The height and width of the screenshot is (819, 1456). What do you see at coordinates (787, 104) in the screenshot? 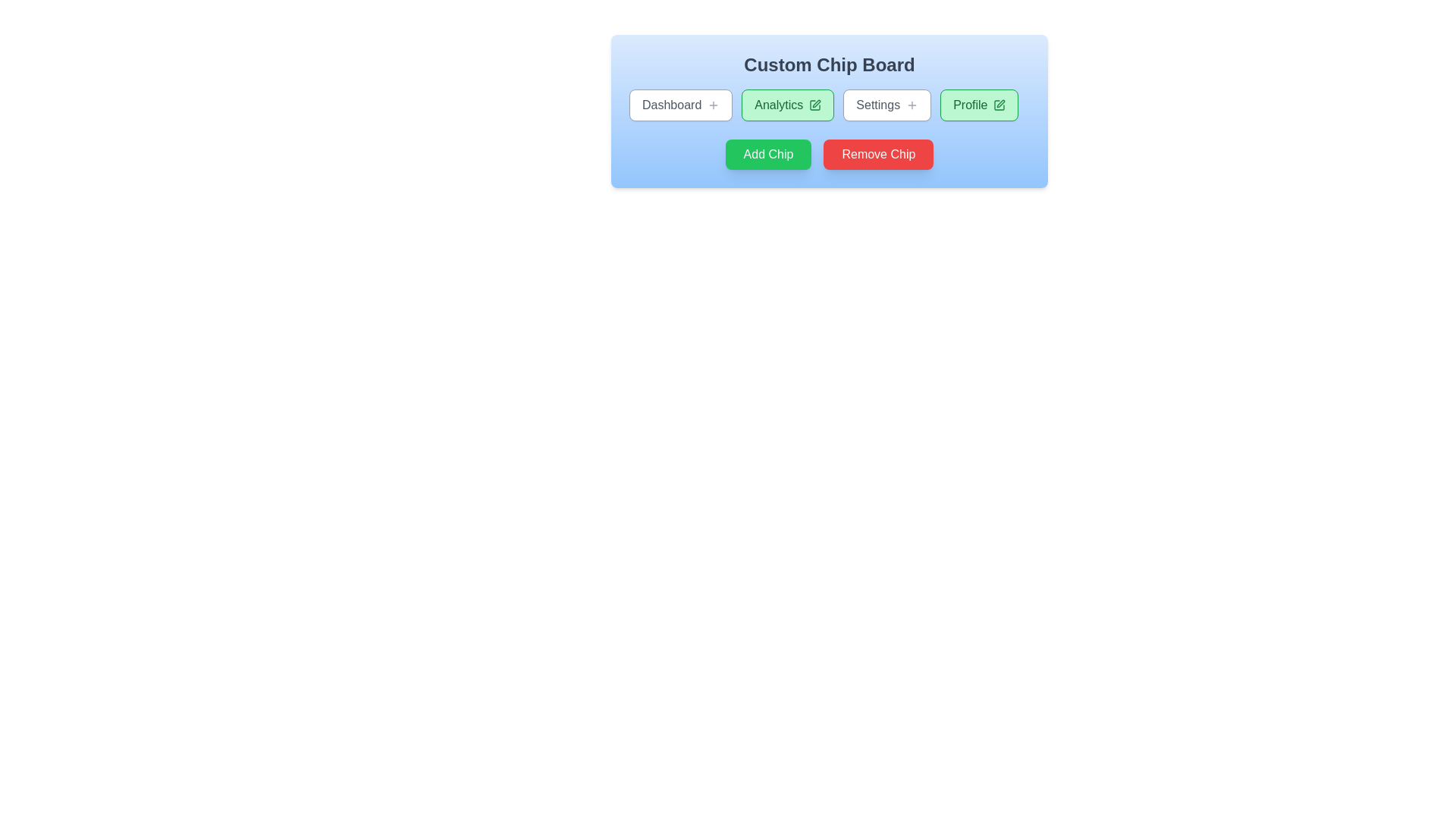
I see `the chip labeled 'Analytics'` at bounding box center [787, 104].